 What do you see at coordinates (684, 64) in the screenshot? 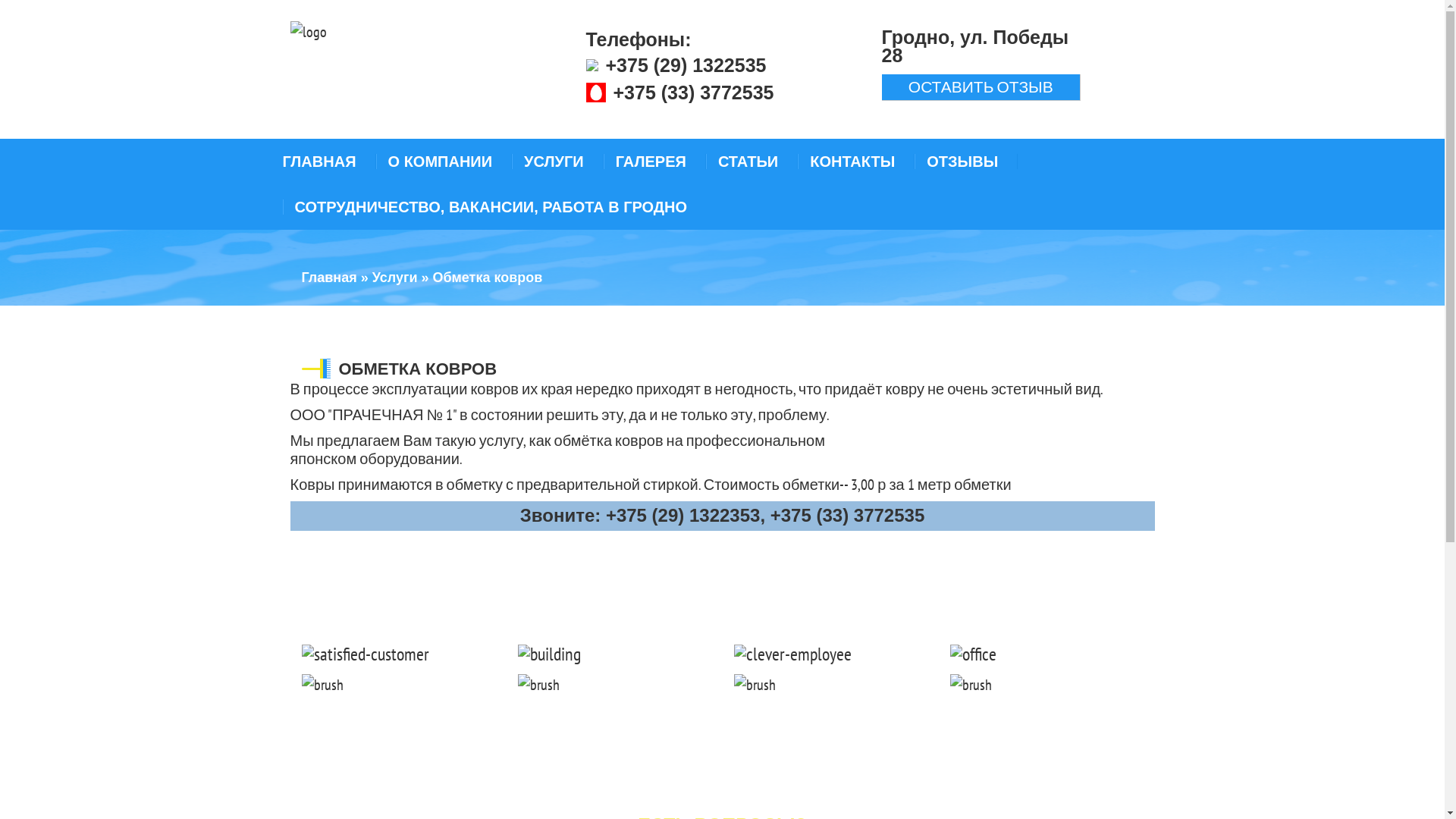
I see `'+375 (29) 1322535'` at bounding box center [684, 64].